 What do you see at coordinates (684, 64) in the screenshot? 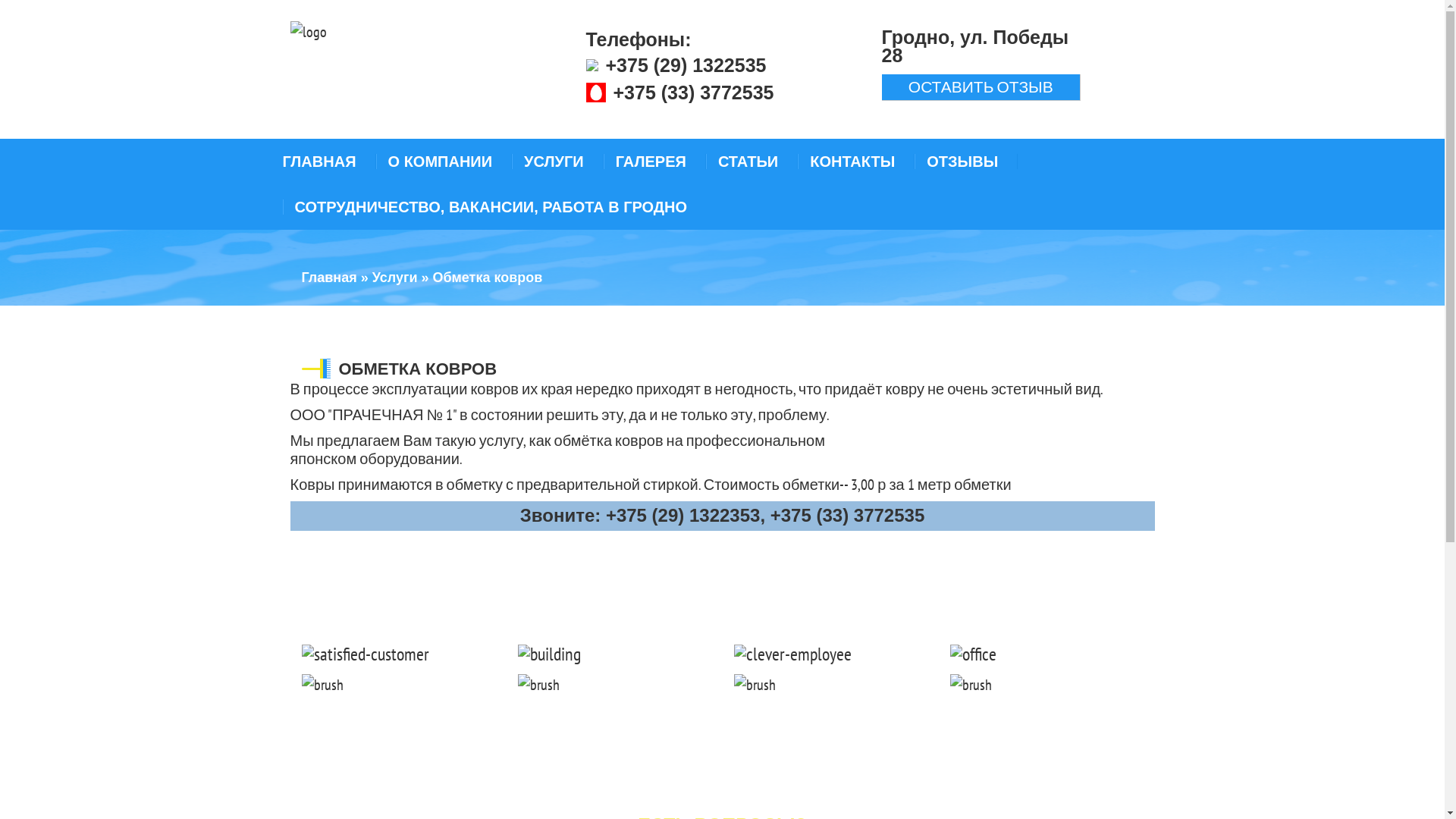
I see `'+375 (29) 1322535'` at bounding box center [684, 64].